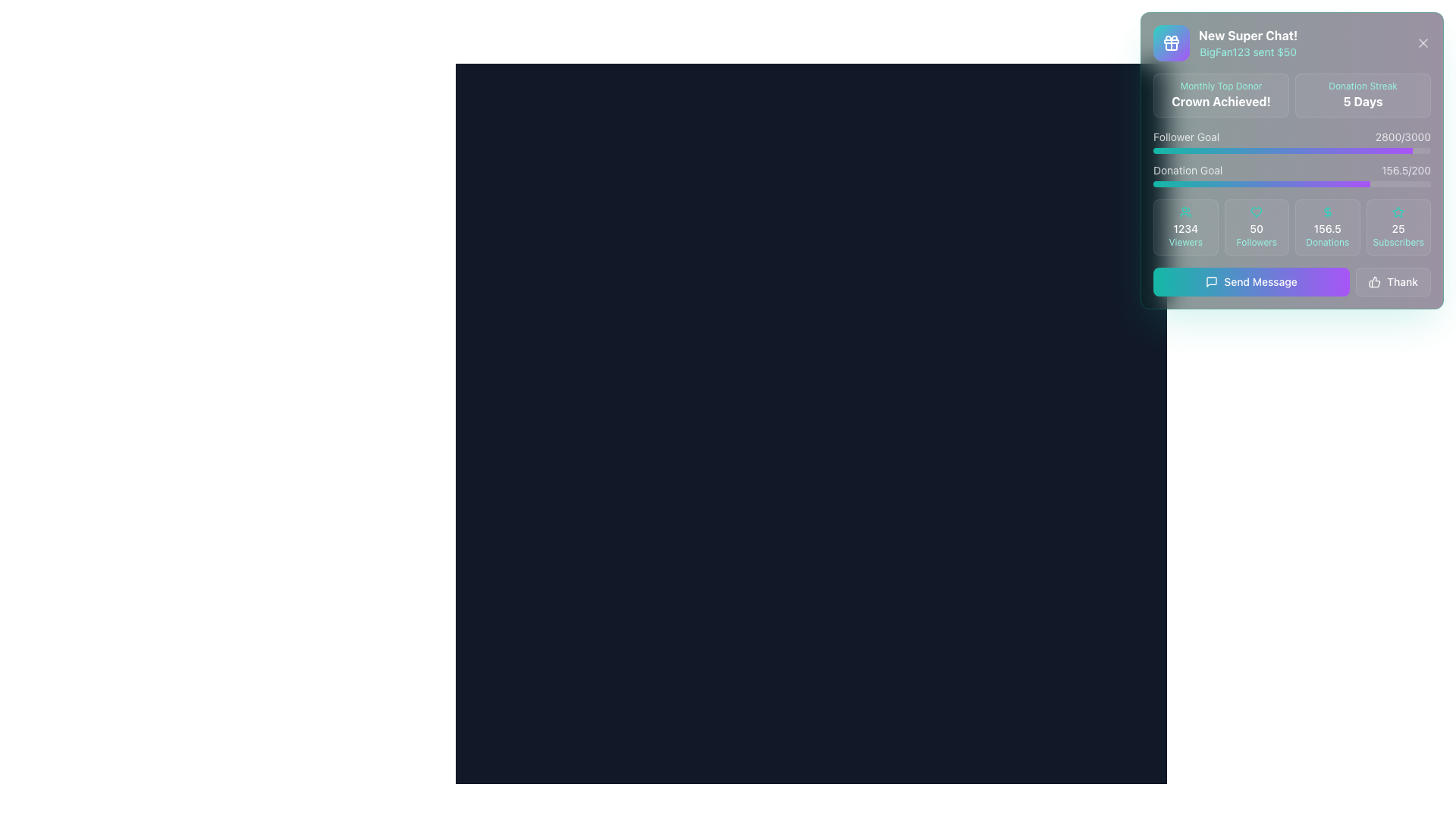 The image size is (1456, 819). Describe the element at coordinates (1291, 141) in the screenshot. I see `the Progress indicator labeled 'Follower Goal' which displays '2800/3000' and features a gradient progress bar` at that location.